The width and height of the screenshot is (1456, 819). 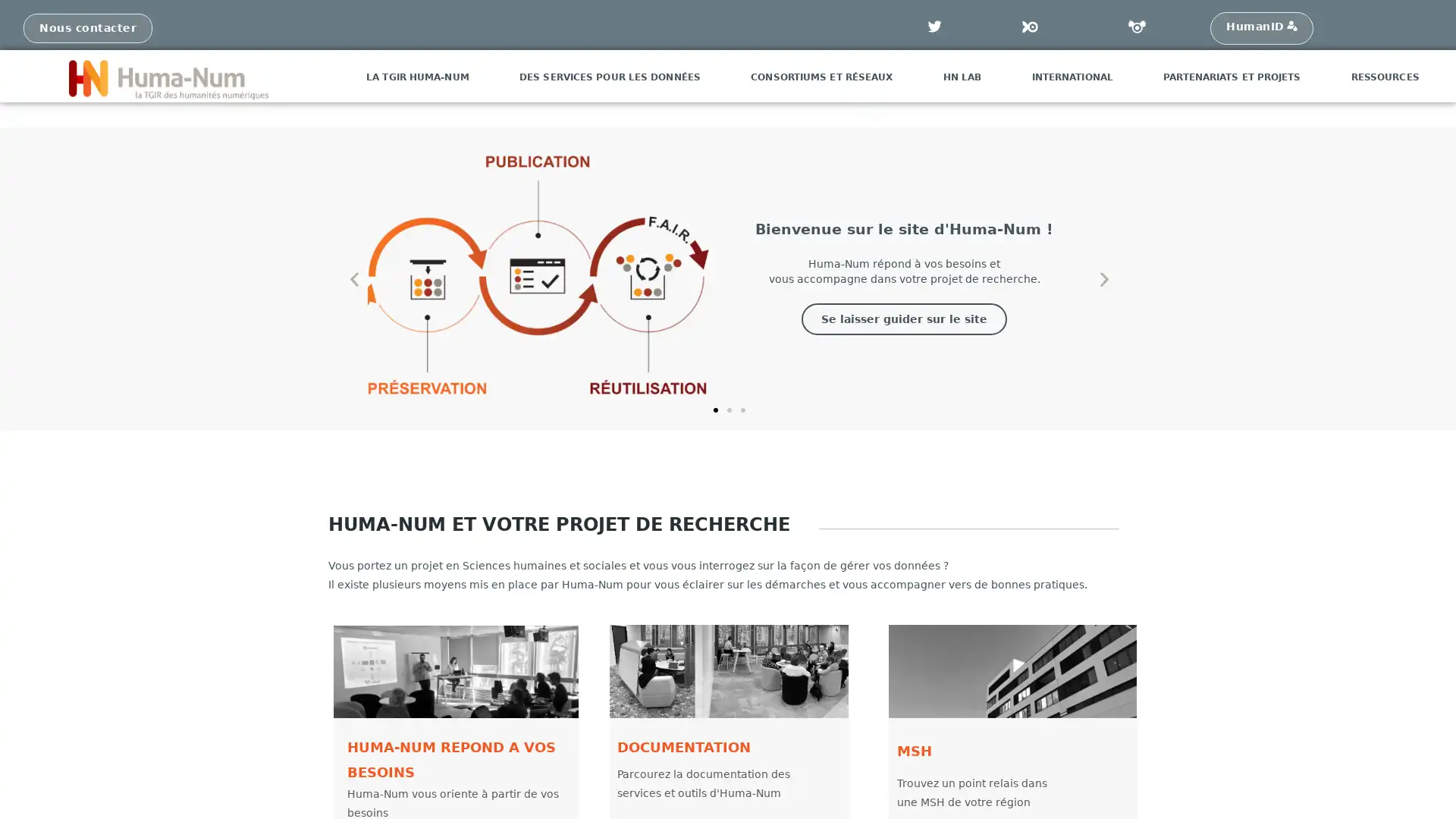 What do you see at coordinates (353, 278) in the screenshot?
I see `Previous slide` at bounding box center [353, 278].